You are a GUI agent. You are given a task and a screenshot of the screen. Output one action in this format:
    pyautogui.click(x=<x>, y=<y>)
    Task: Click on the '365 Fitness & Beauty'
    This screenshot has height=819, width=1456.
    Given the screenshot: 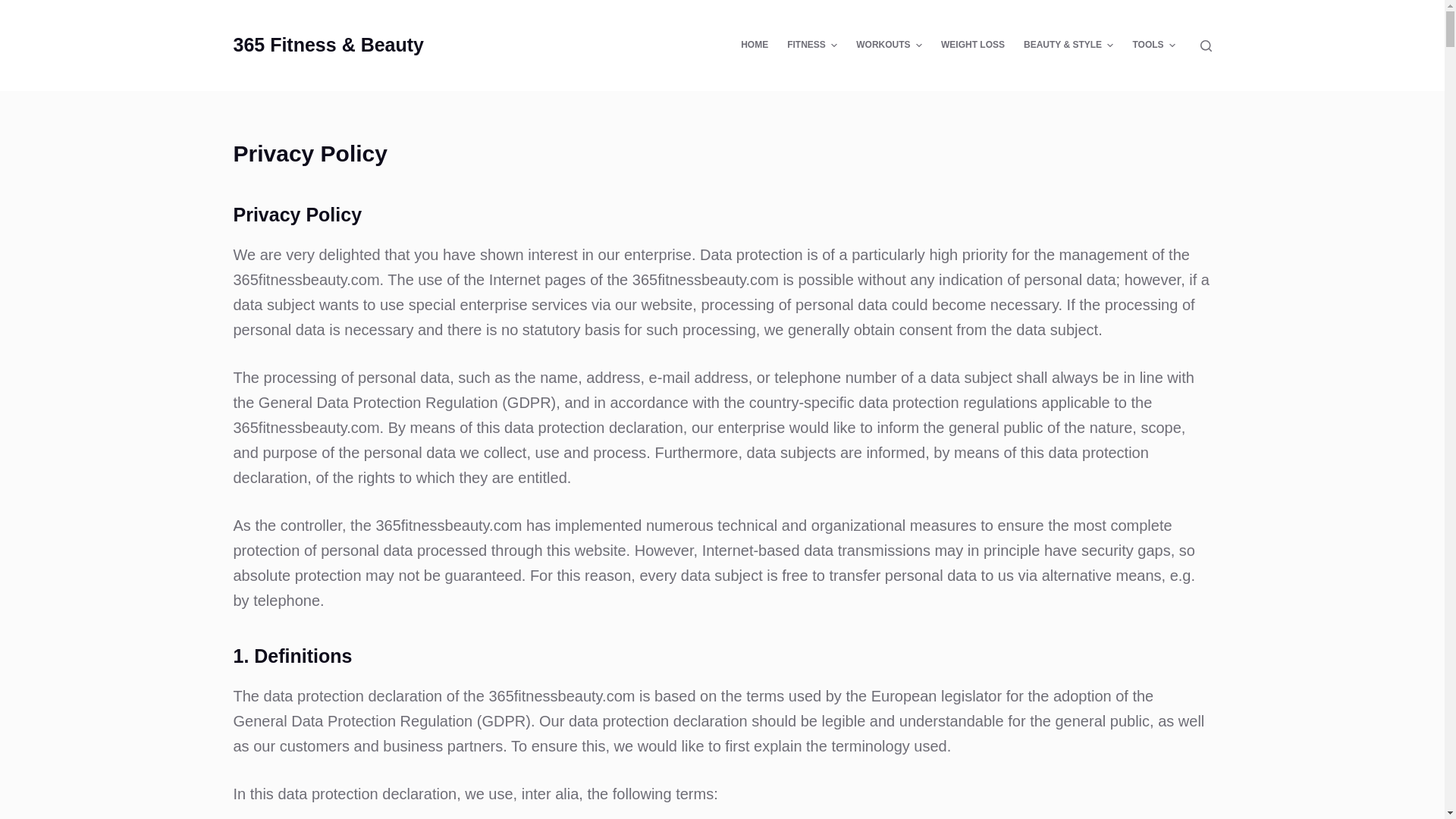 What is the action you would take?
    pyautogui.click(x=328, y=43)
    